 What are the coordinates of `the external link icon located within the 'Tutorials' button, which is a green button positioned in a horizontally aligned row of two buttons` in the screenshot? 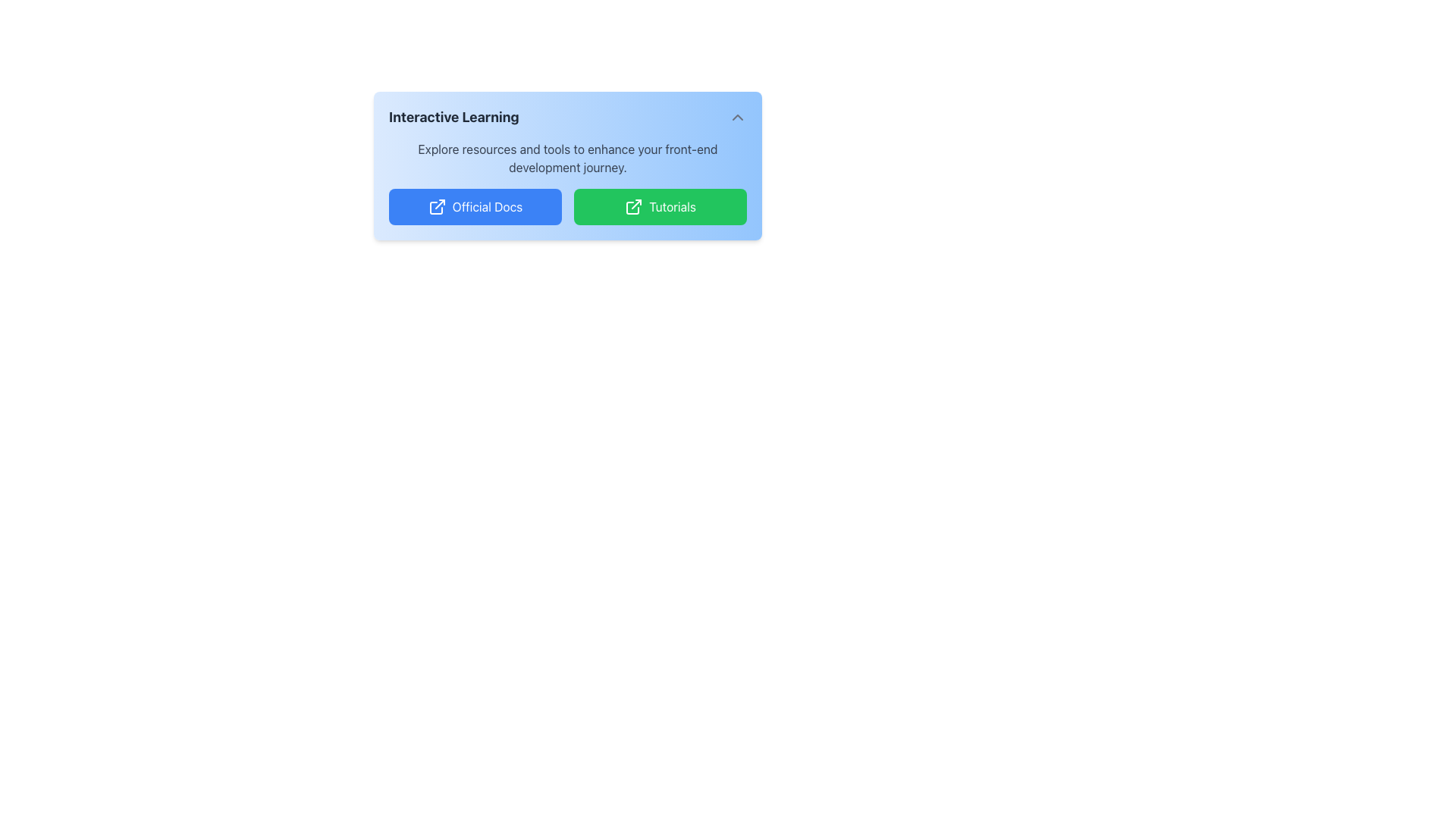 It's located at (633, 207).